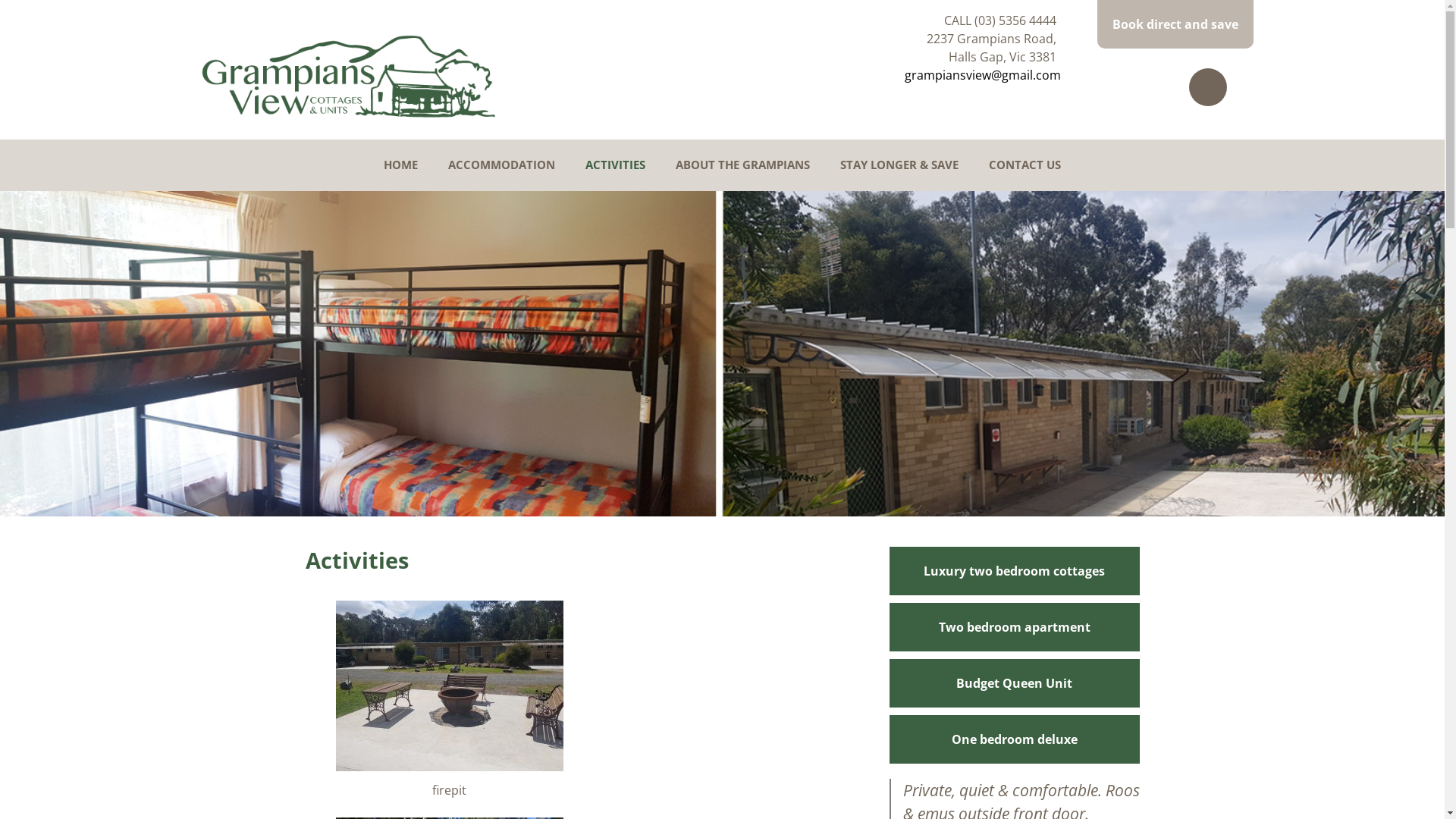 This screenshot has height=819, width=1456. I want to click on 'HOME', so click(400, 165).